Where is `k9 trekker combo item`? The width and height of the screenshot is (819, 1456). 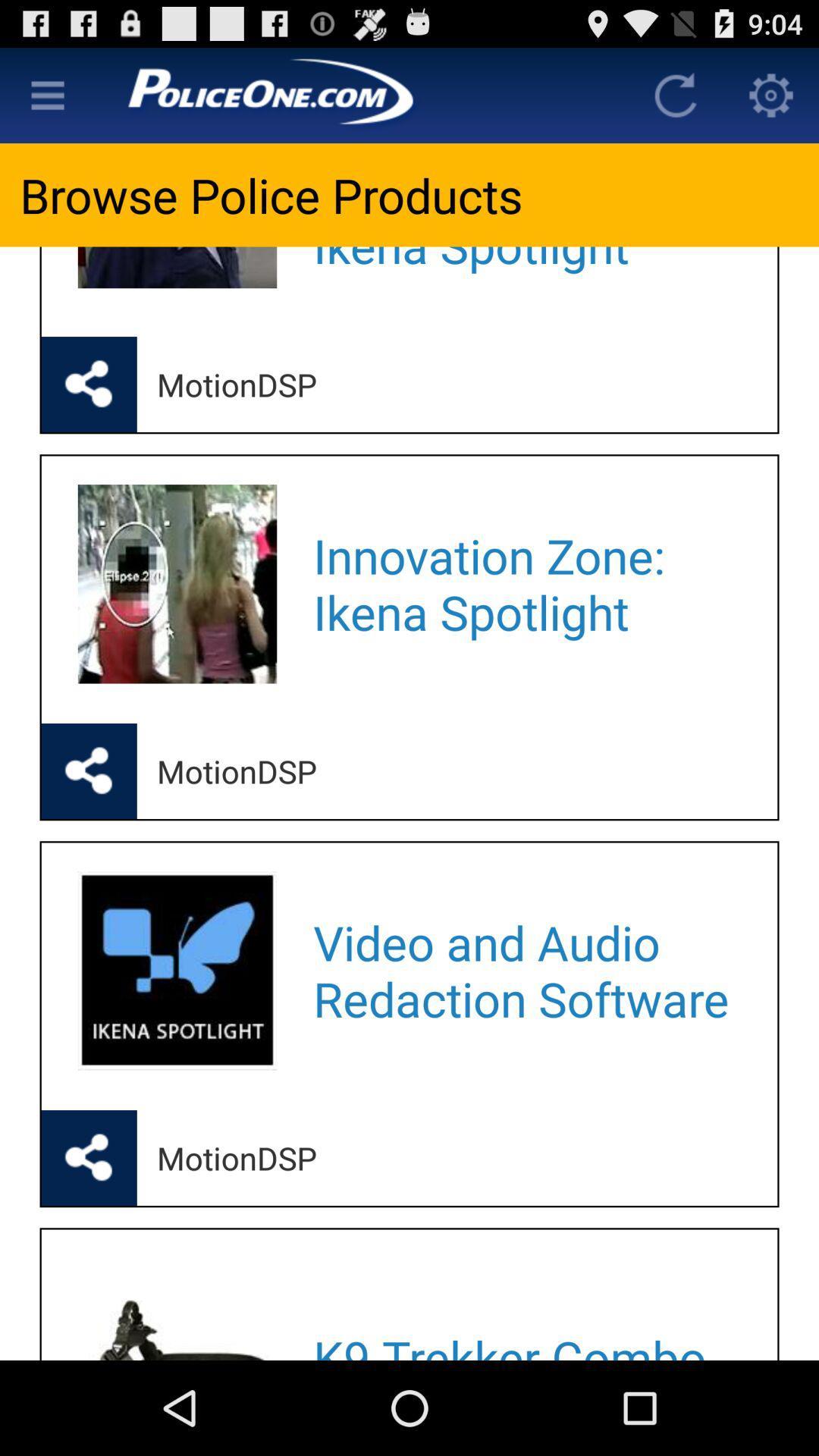 k9 trekker combo item is located at coordinates (525, 1308).